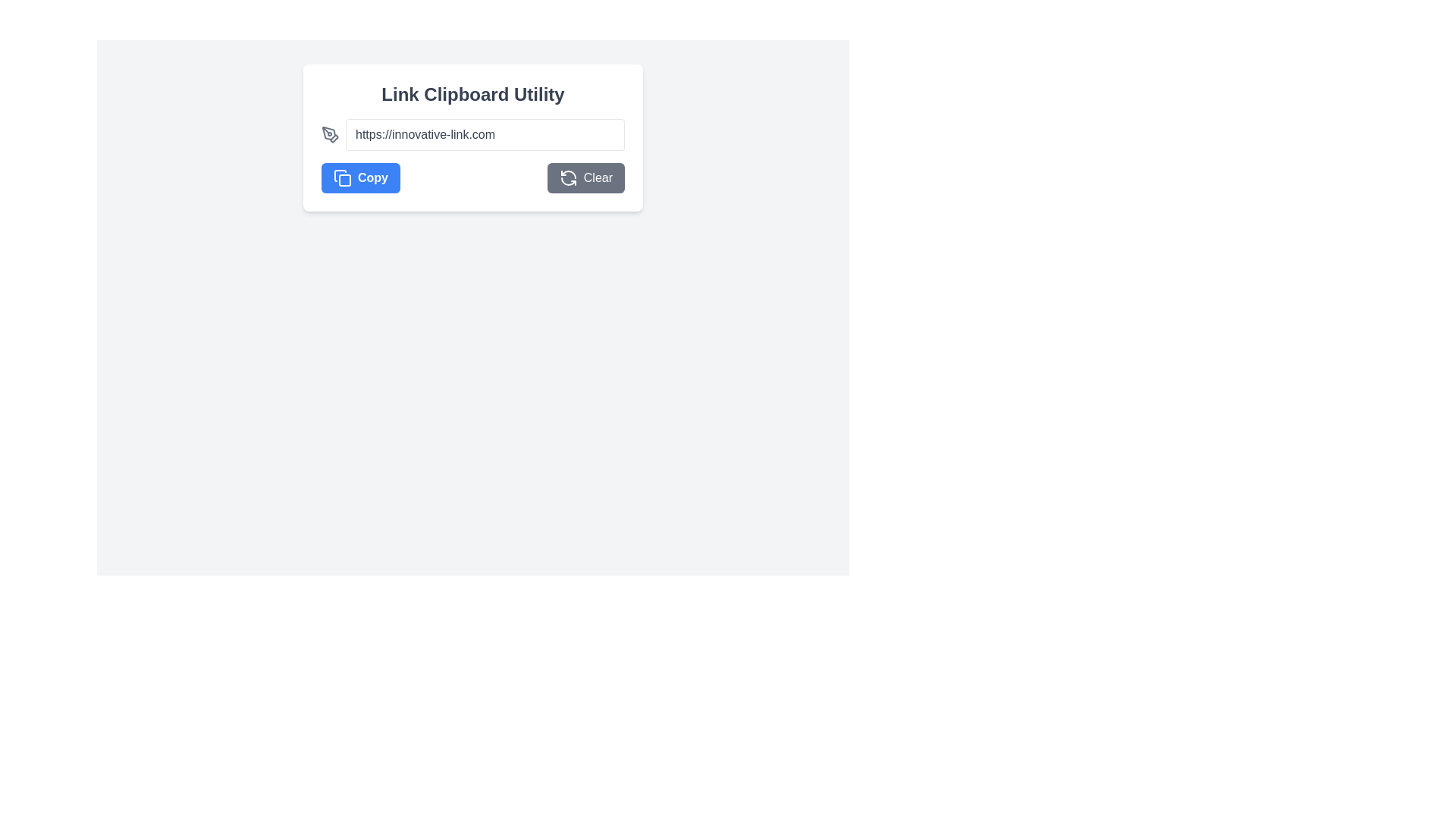 The image size is (1456, 819). I want to click on the refresh icon located to the left of the 'Clear' text within the 'Clear' button, which indicates the reset action, so click(567, 177).